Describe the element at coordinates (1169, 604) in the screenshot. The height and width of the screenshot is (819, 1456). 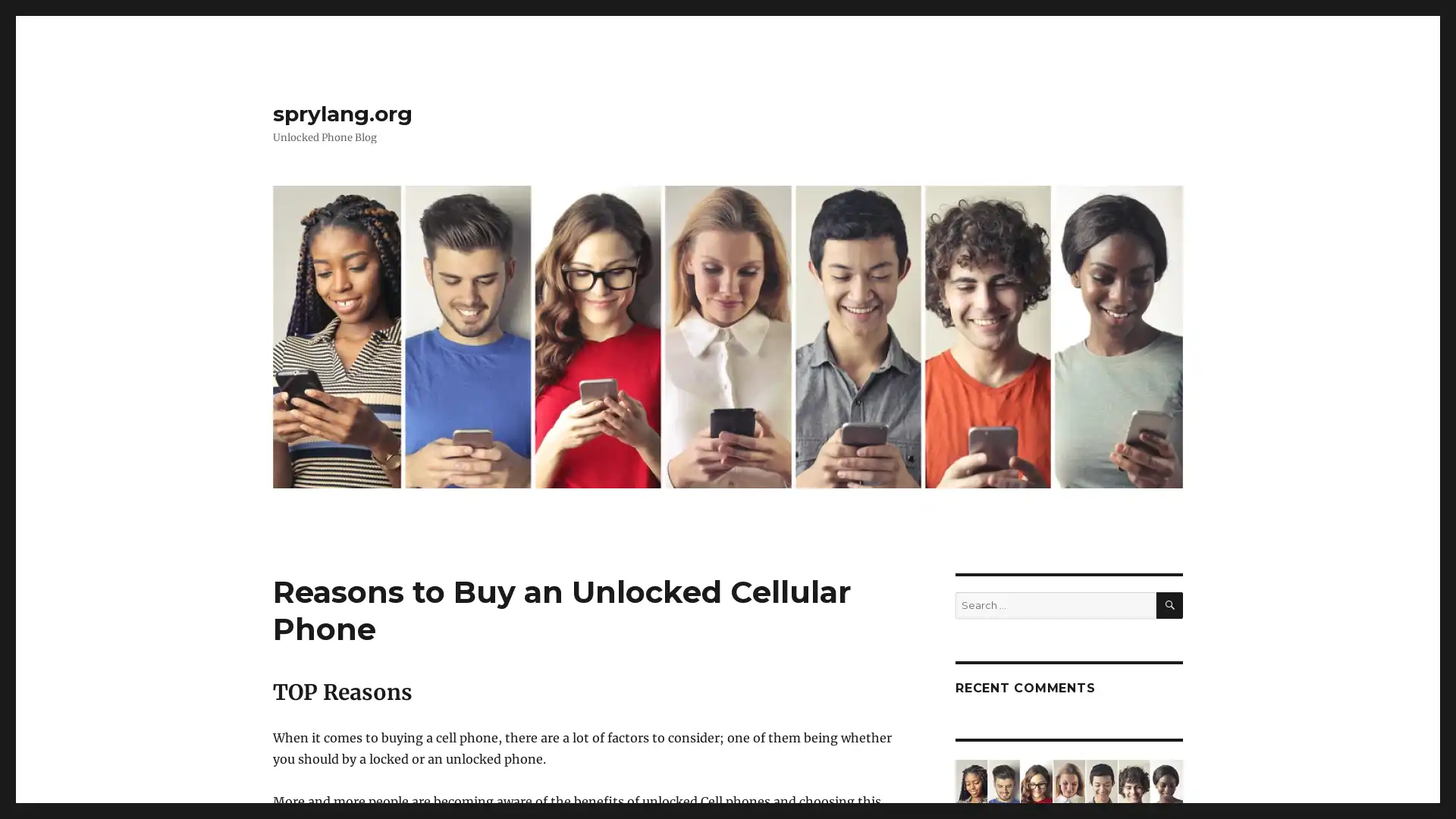
I see `SEARCH` at that location.